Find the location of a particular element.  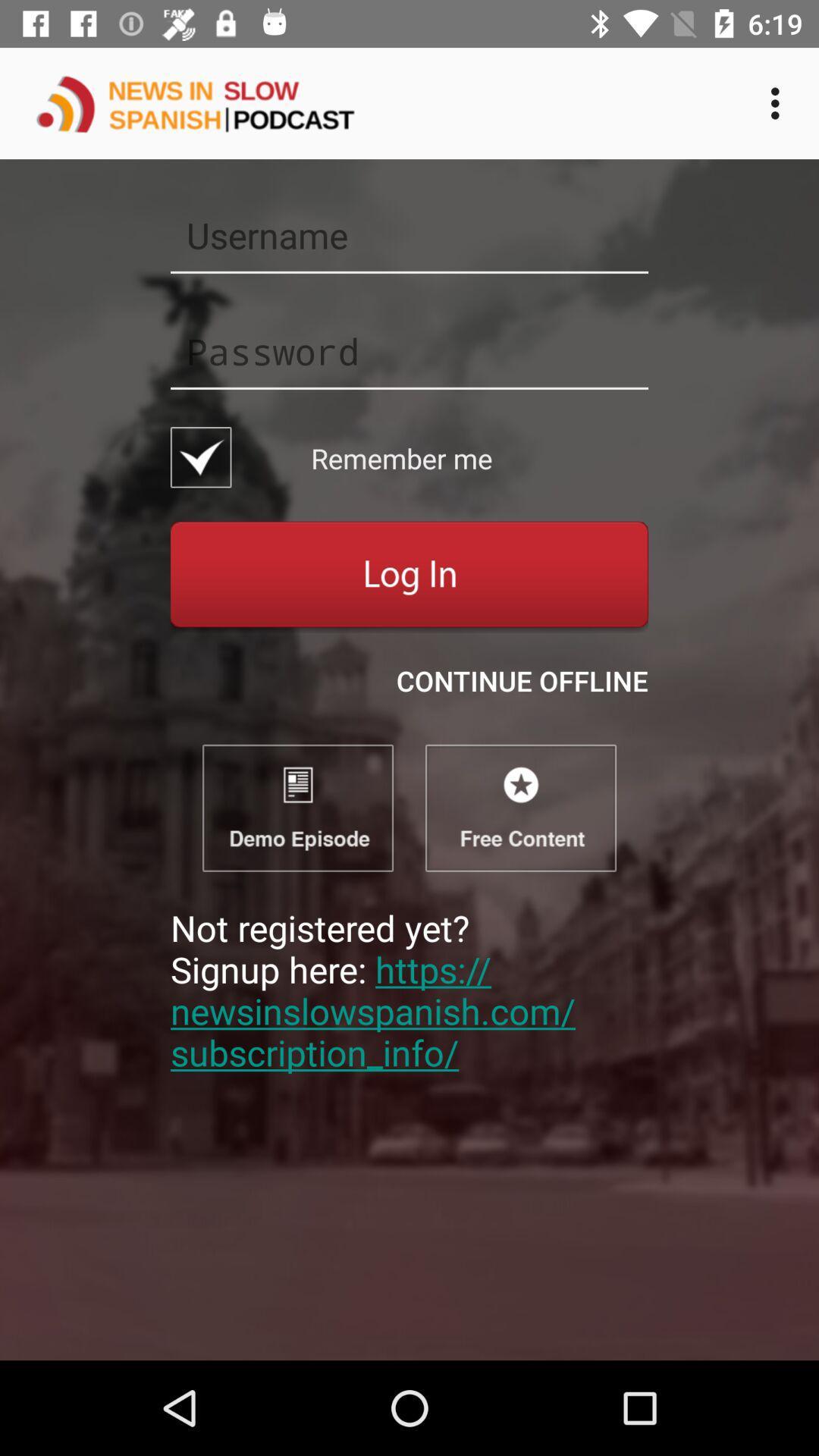

click here to log in is located at coordinates (409, 576).